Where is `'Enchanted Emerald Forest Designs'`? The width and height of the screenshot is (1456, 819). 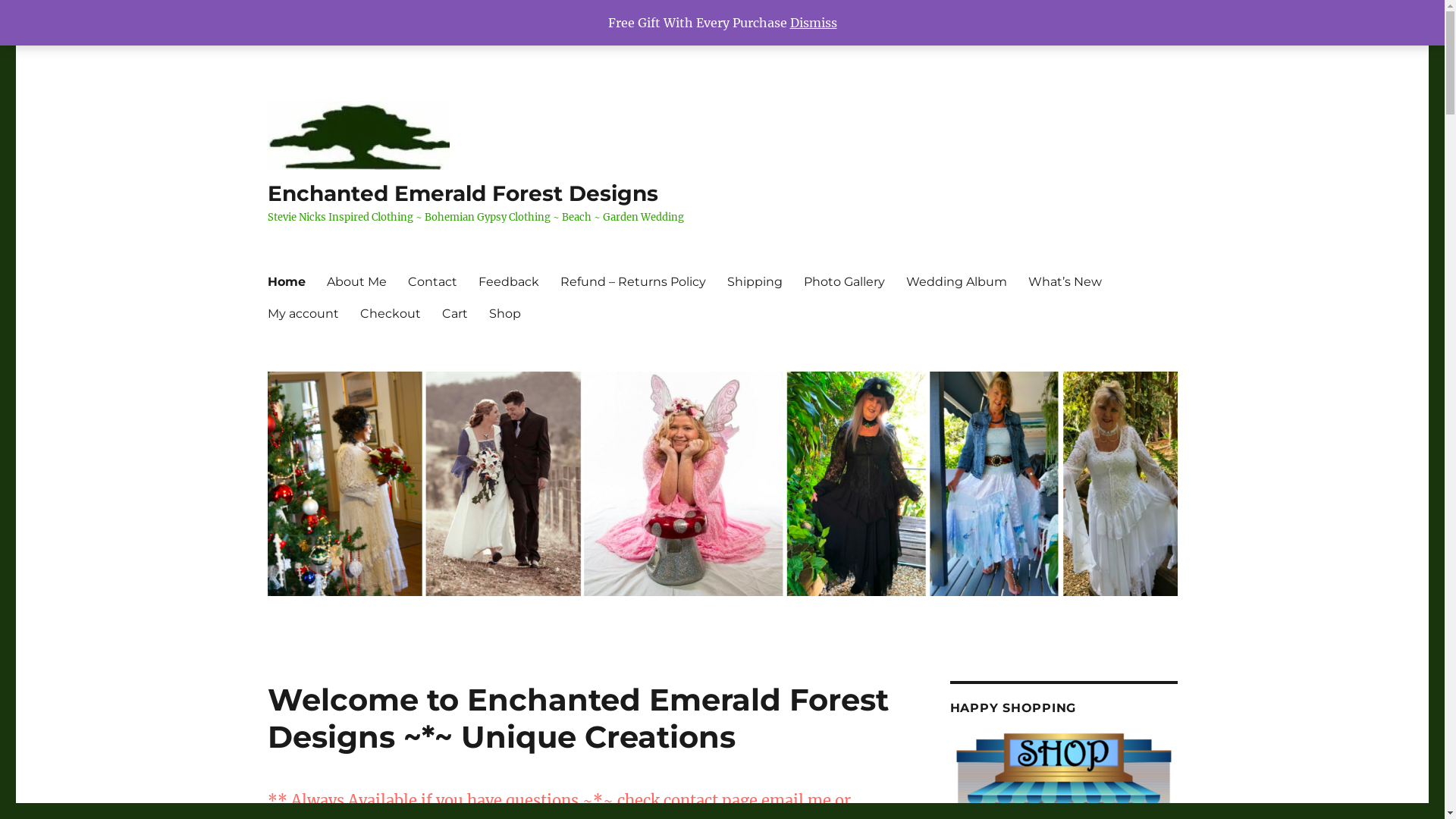
'Enchanted Emerald Forest Designs' is located at coordinates (461, 192).